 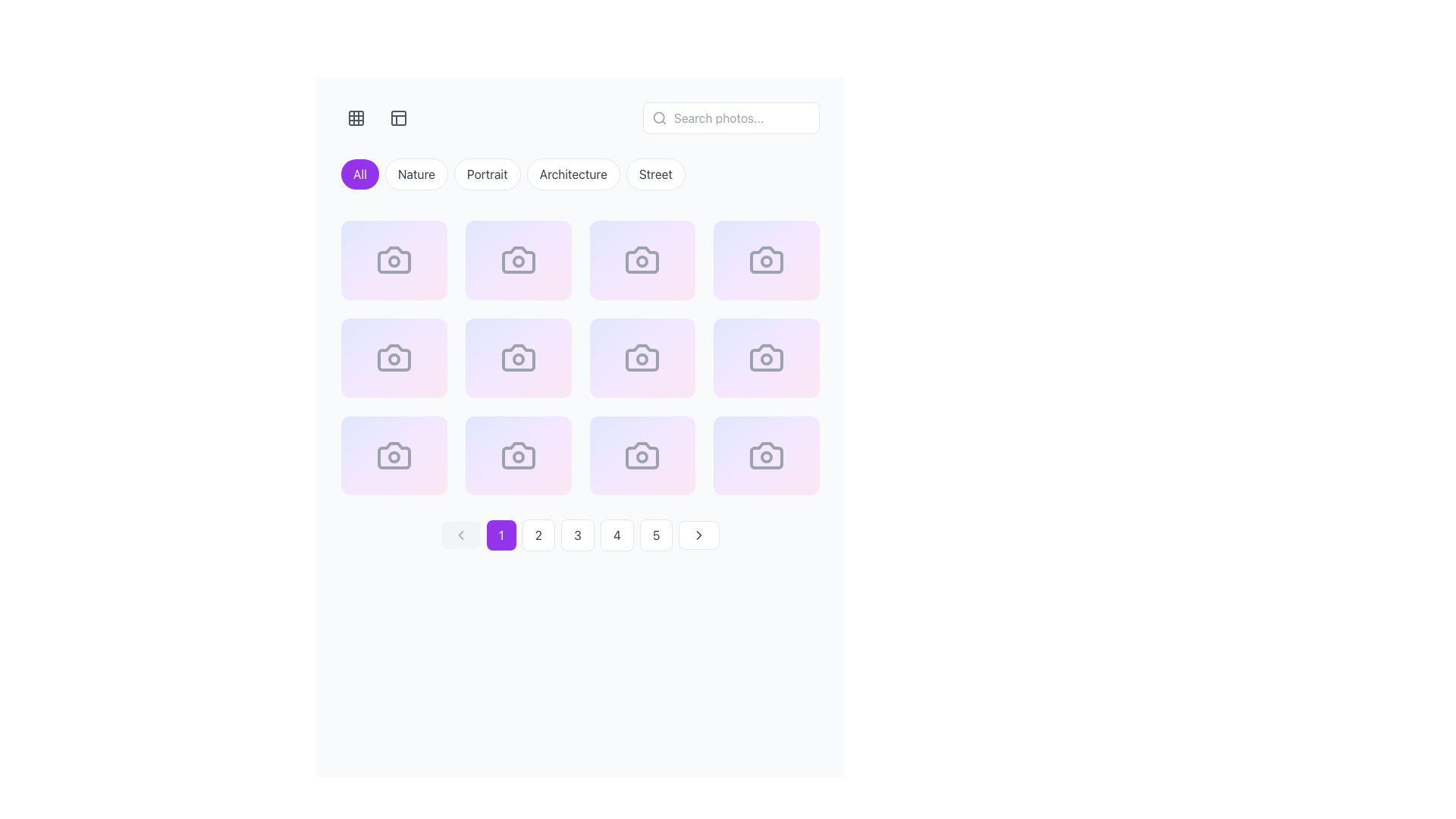 What do you see at coordinates (518, 469) in the screenshot?
I see `the Toolbar containing interactive icons below 'Photograph #10'` at bounding box center [518, 469].